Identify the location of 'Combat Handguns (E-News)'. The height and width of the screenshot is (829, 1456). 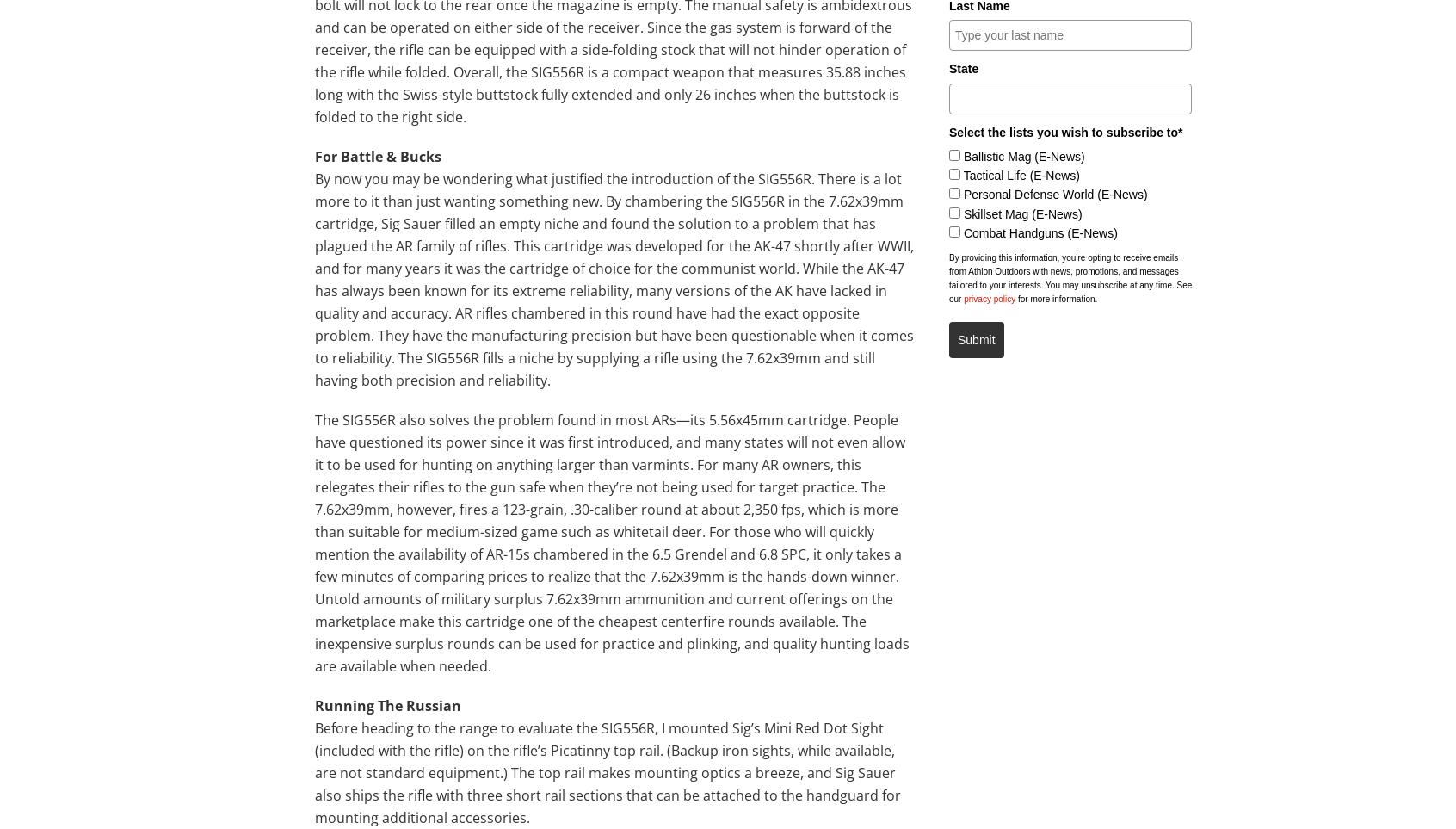
(1040, 232).